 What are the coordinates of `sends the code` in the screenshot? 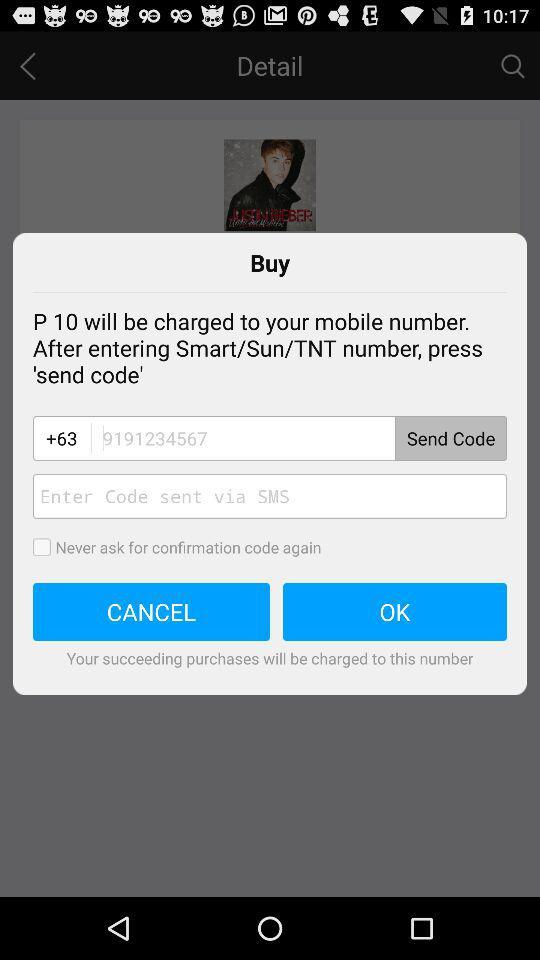 It's located at (297, 438).